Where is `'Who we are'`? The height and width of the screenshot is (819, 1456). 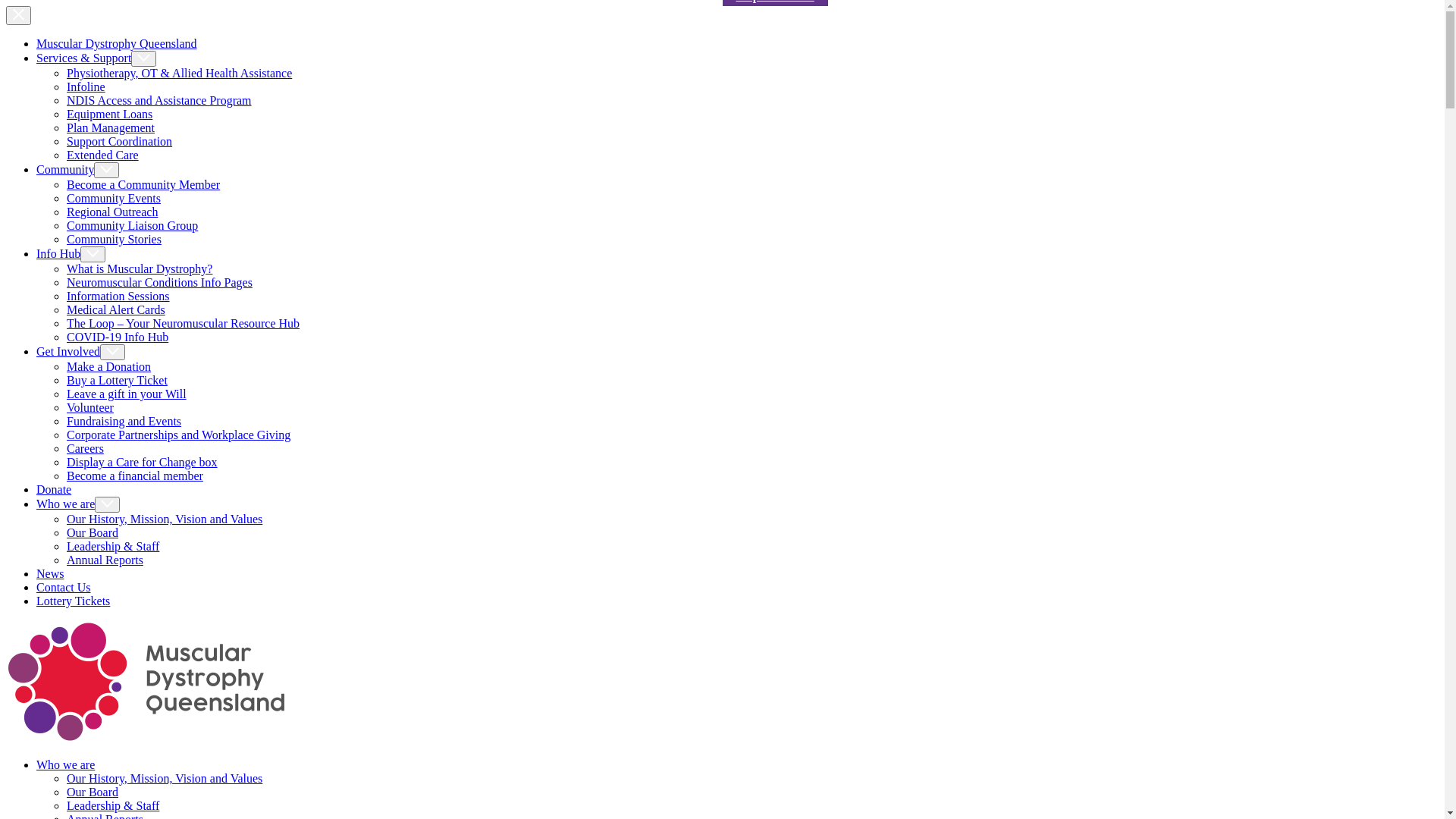
'Who we are' is located at coordinates (77, 504).